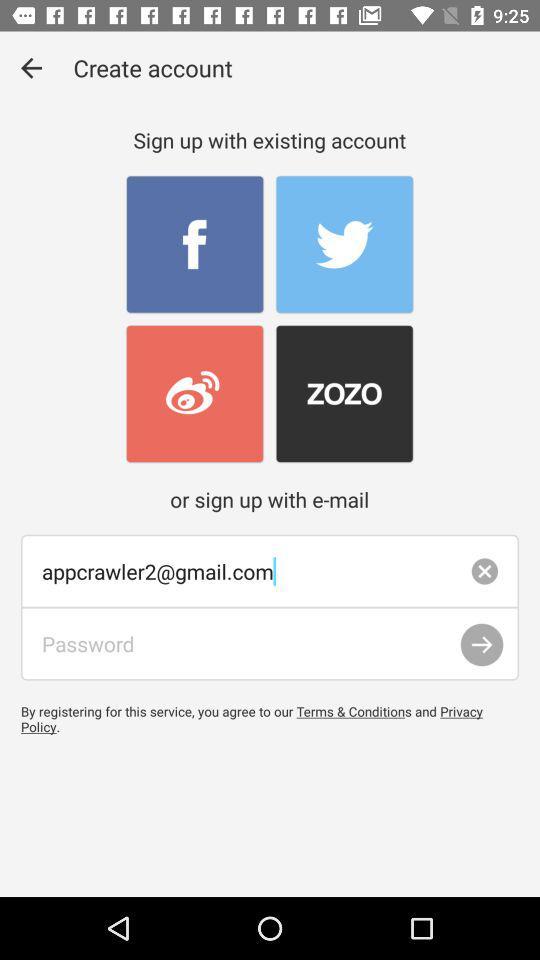 The height and width of the screenshot is (960, 540). I want to click on the item to the left of the create account item, so click(30, 68).